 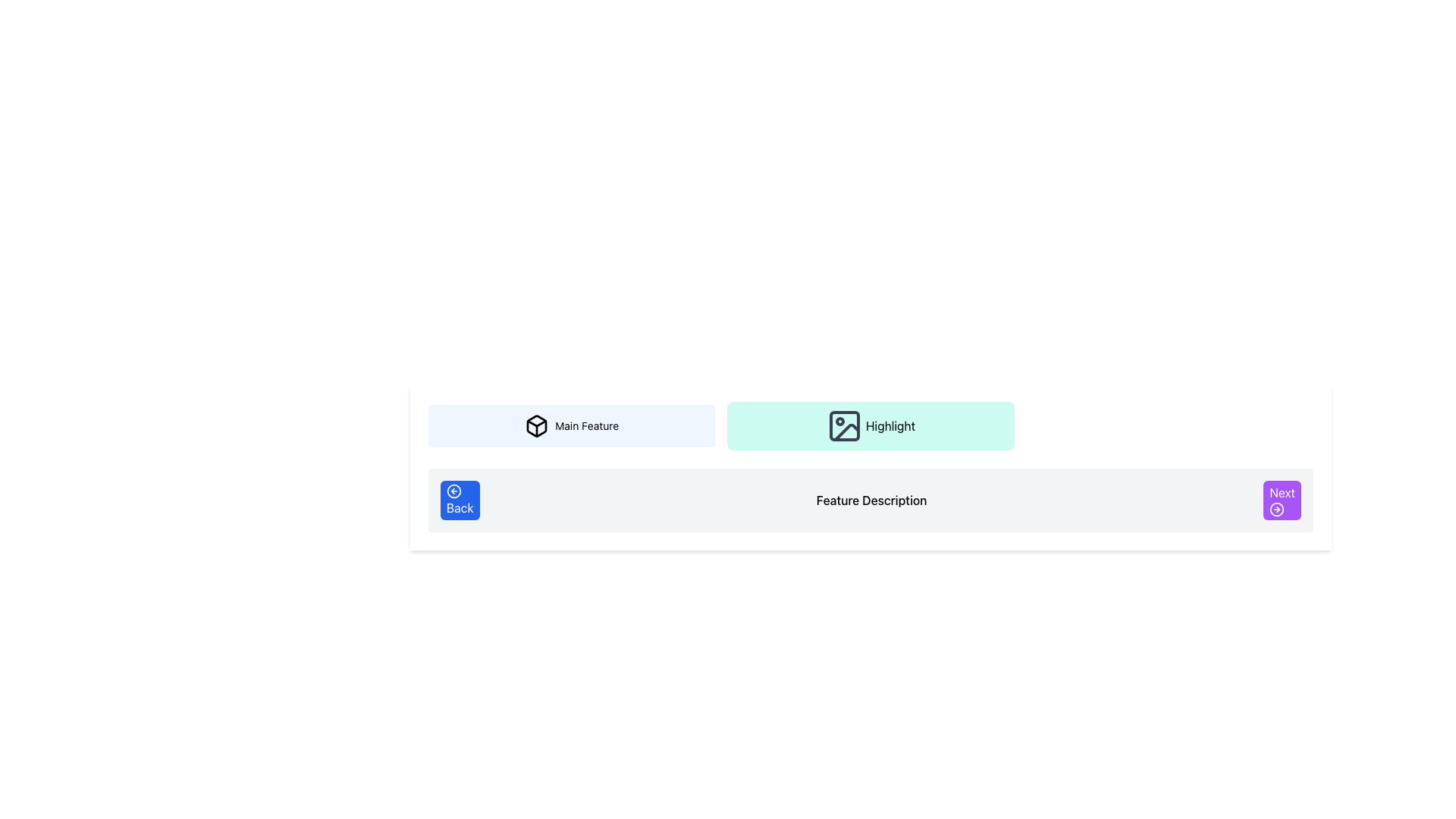 What do you see at coordinates (453, 491) in the screenshot?
I see `the button labeled 'Back' that contains a circular SVG icon with a leftward arrow, which is centrally positioned within the button` at bounding box center [453, 491].